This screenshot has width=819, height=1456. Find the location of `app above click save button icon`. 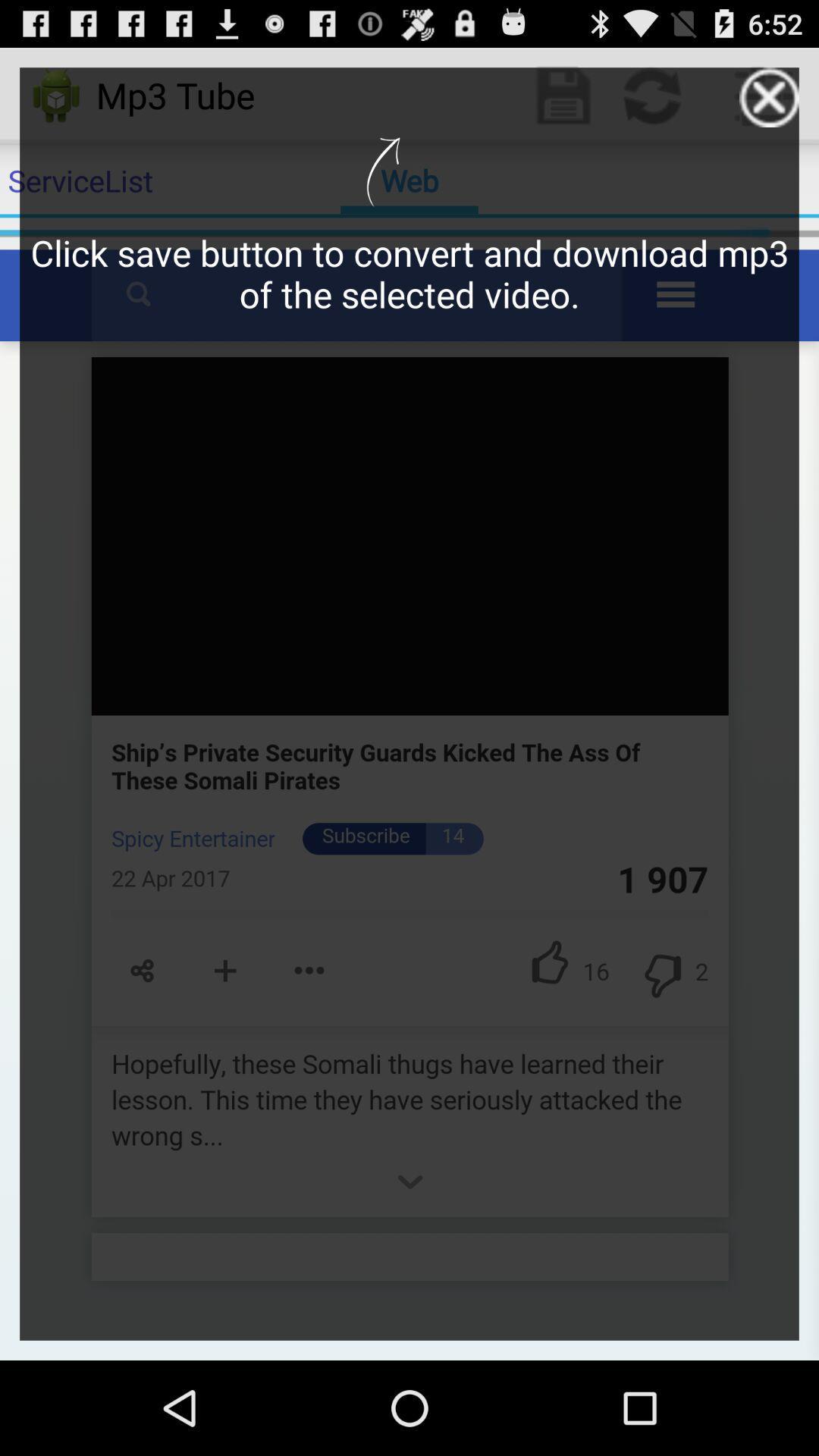

app above click save button icon is located at coordinates (769, 96).